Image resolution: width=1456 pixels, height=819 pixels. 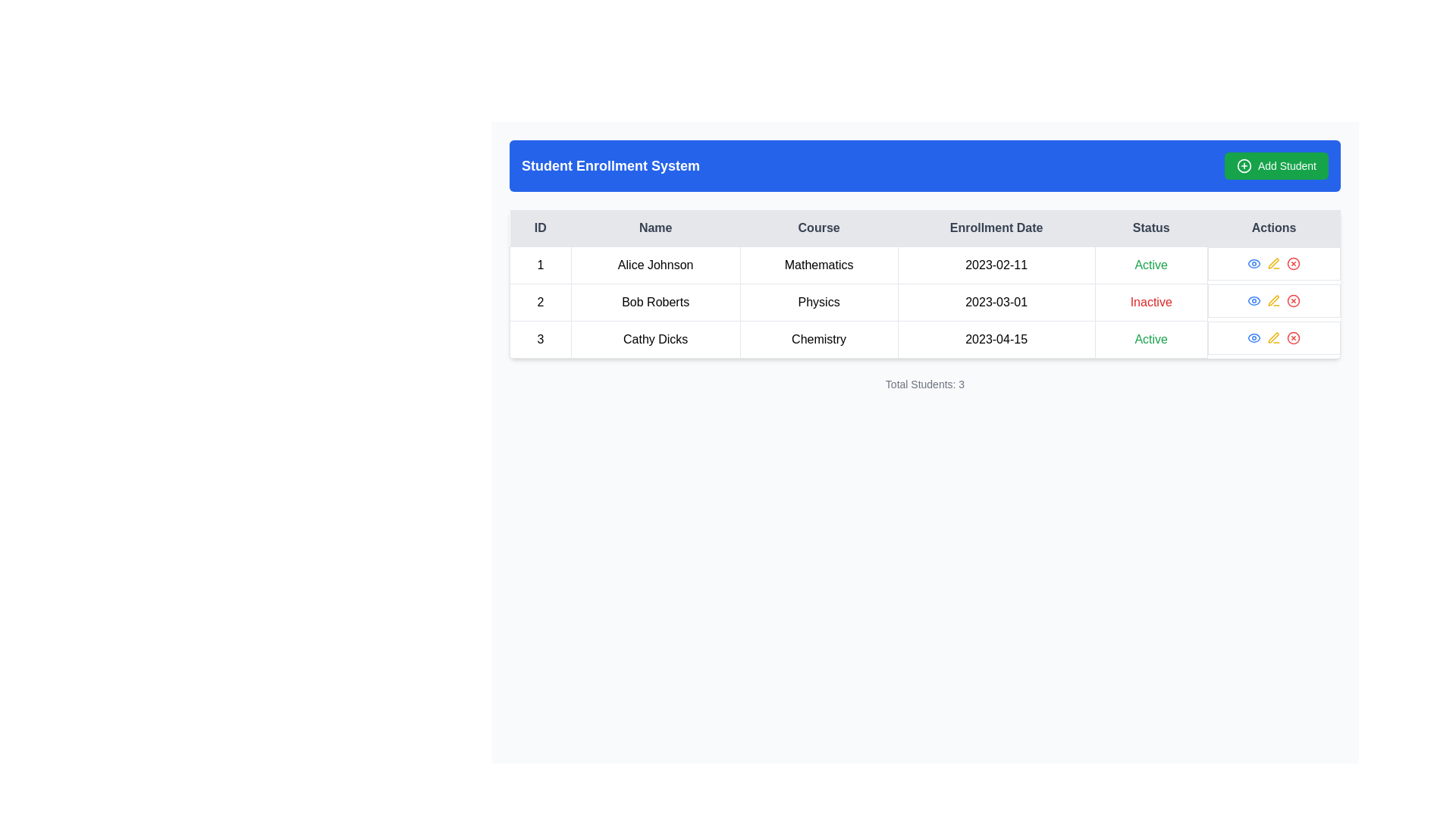 I want to click on the 'Status' column header label, which is the fifth column header in the table layout, positioned between 'Enrollment Date' and 'Actions', so click(x=1151, y=228).